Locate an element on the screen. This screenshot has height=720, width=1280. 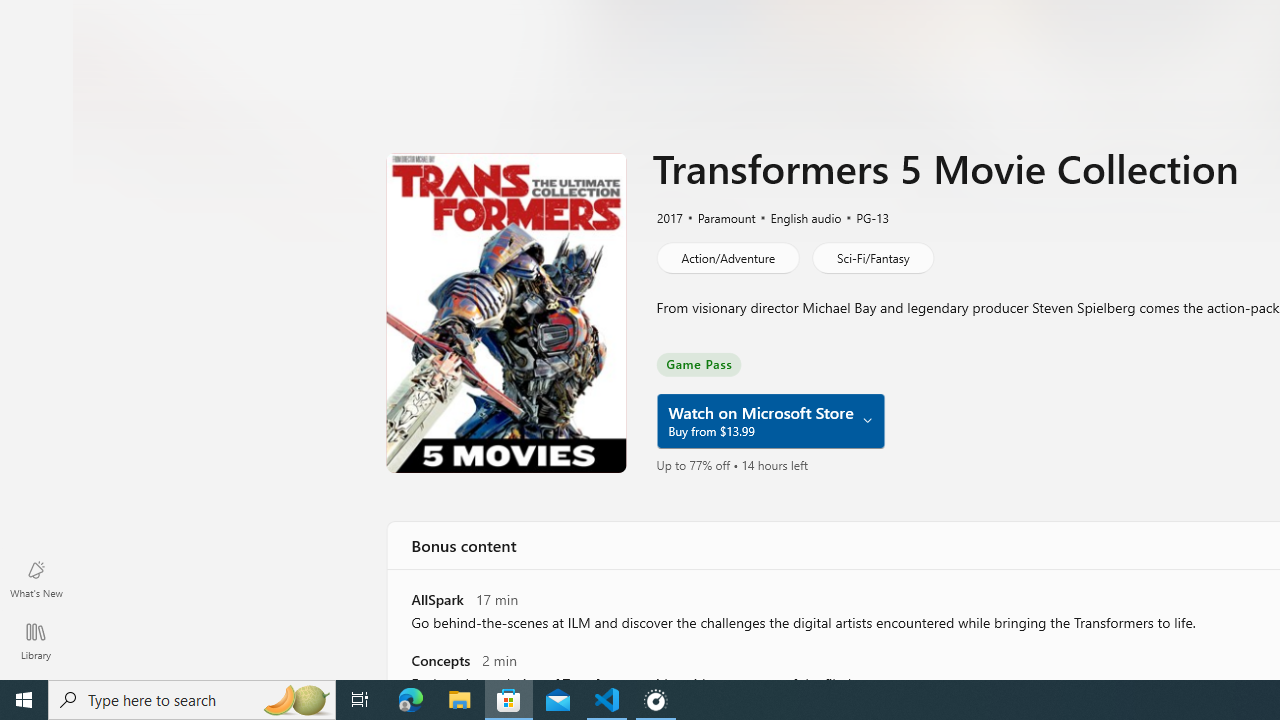
'What' is located at coordinates (35, 578).